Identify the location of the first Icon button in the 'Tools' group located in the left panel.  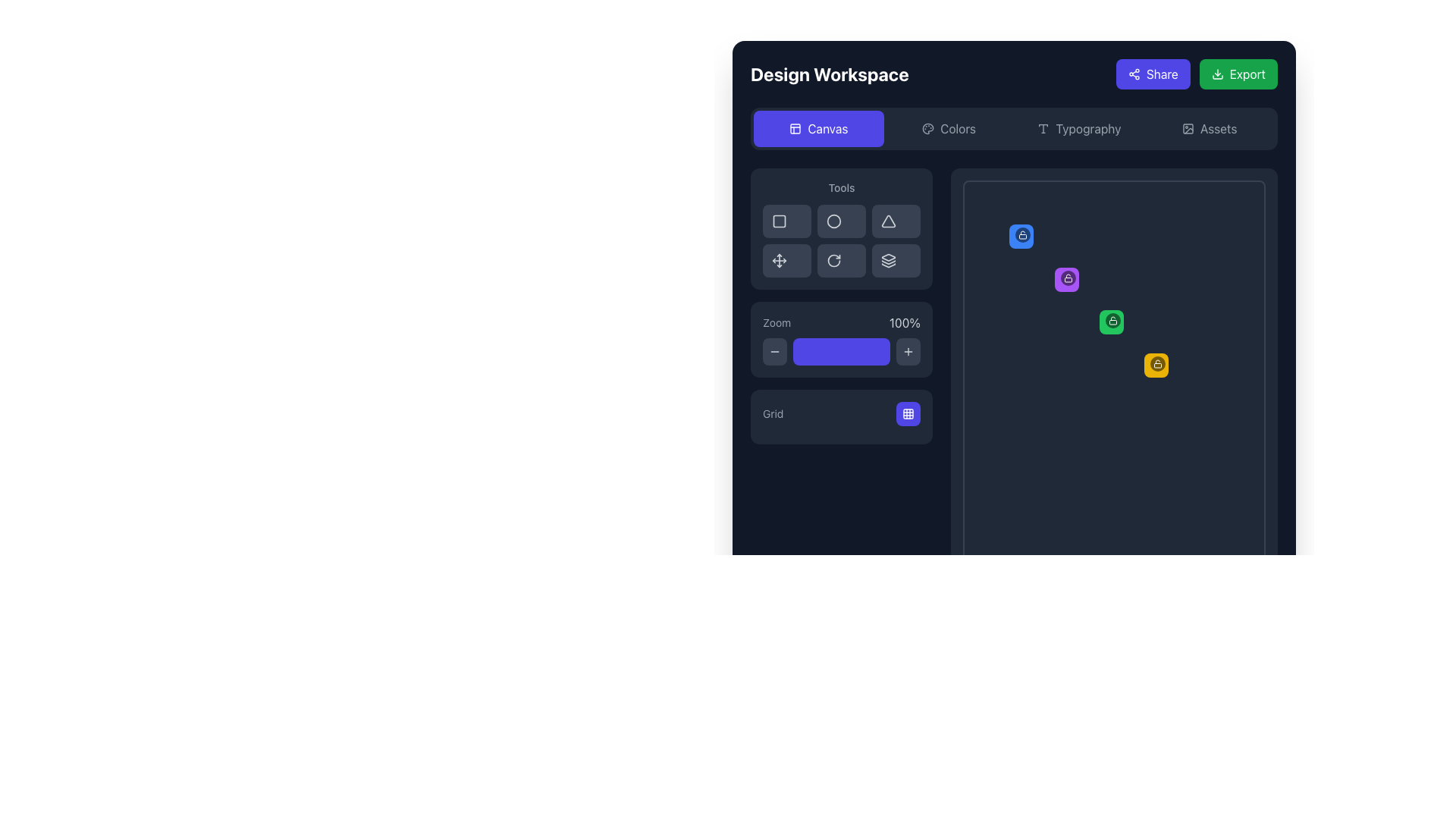
(779, 221).